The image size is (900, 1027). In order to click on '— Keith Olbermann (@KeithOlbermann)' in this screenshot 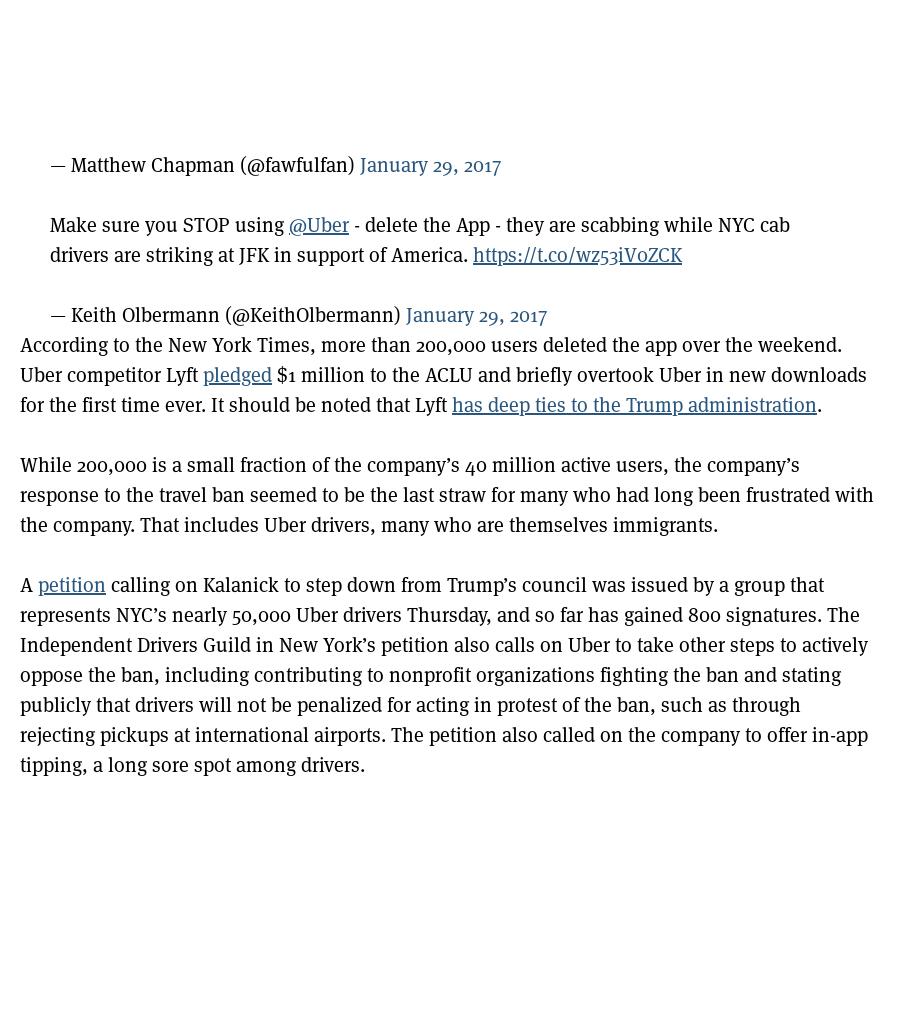, I will do `click(226, 313)`.